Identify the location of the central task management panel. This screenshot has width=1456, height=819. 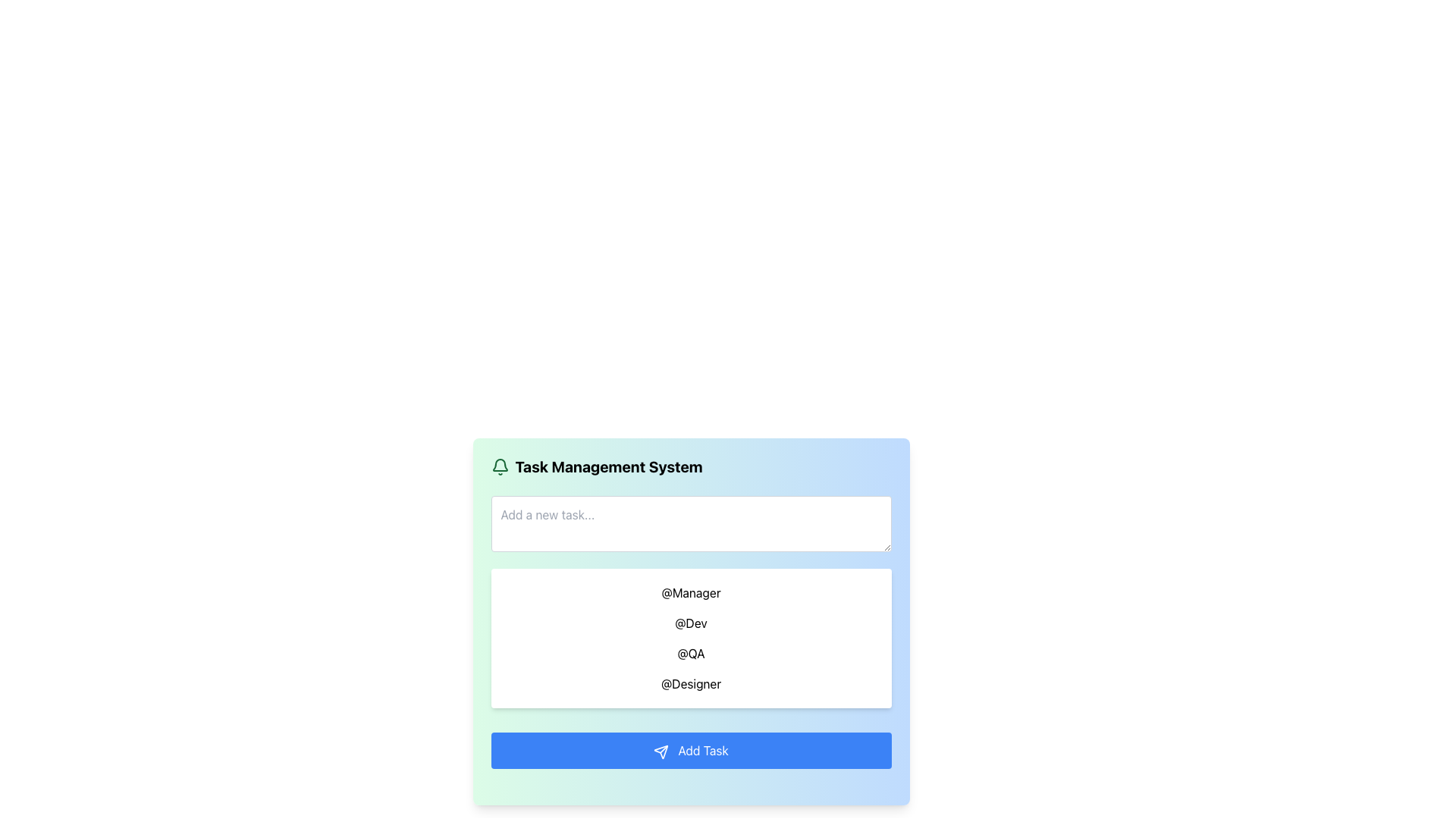
(690, 622).